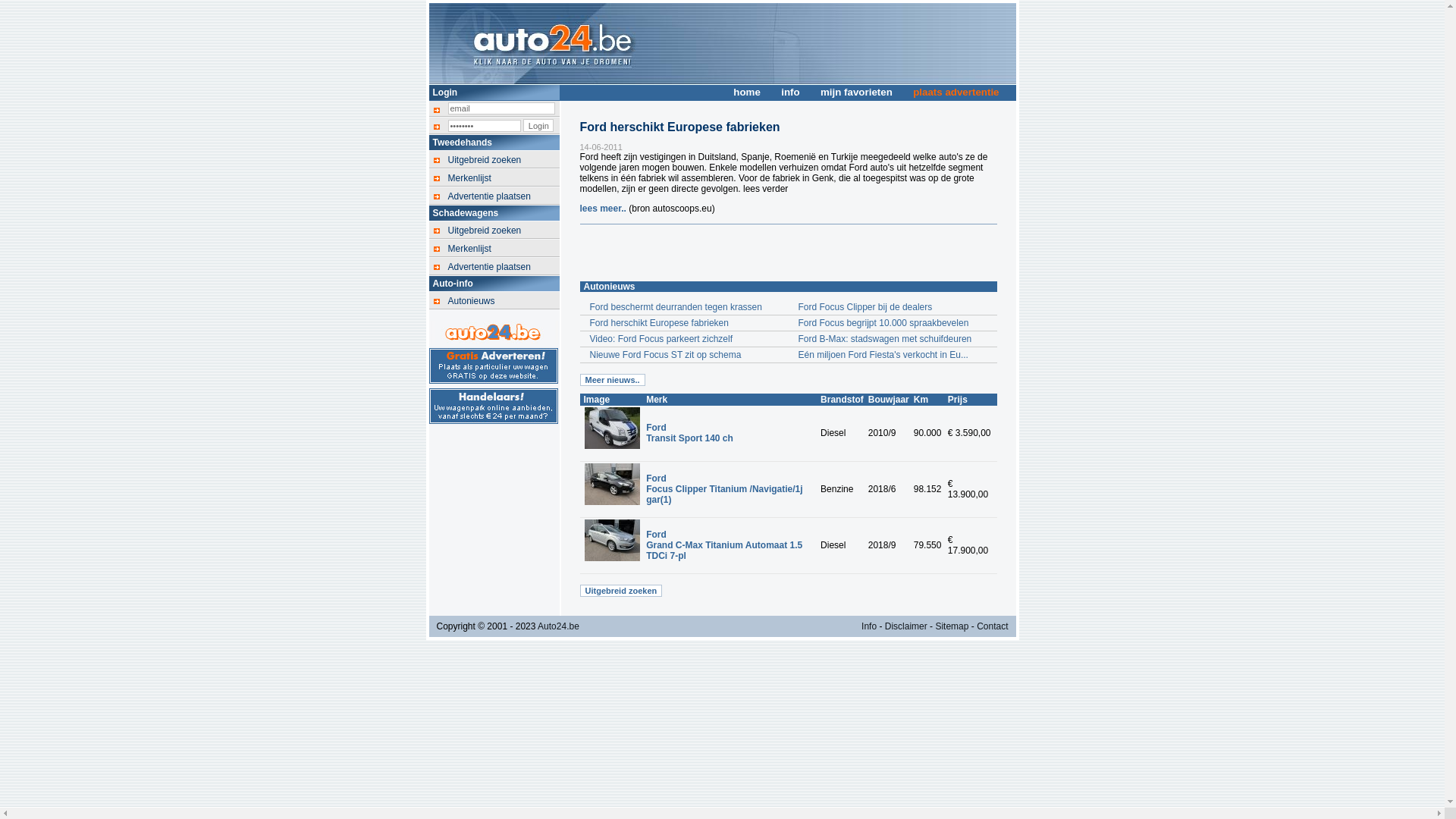 Image resolution: width=1456 pixels, height=819 pixels. Describe the element at coordinates (603, 208) in the screenshot. I see `'lees meer..'` at that location.